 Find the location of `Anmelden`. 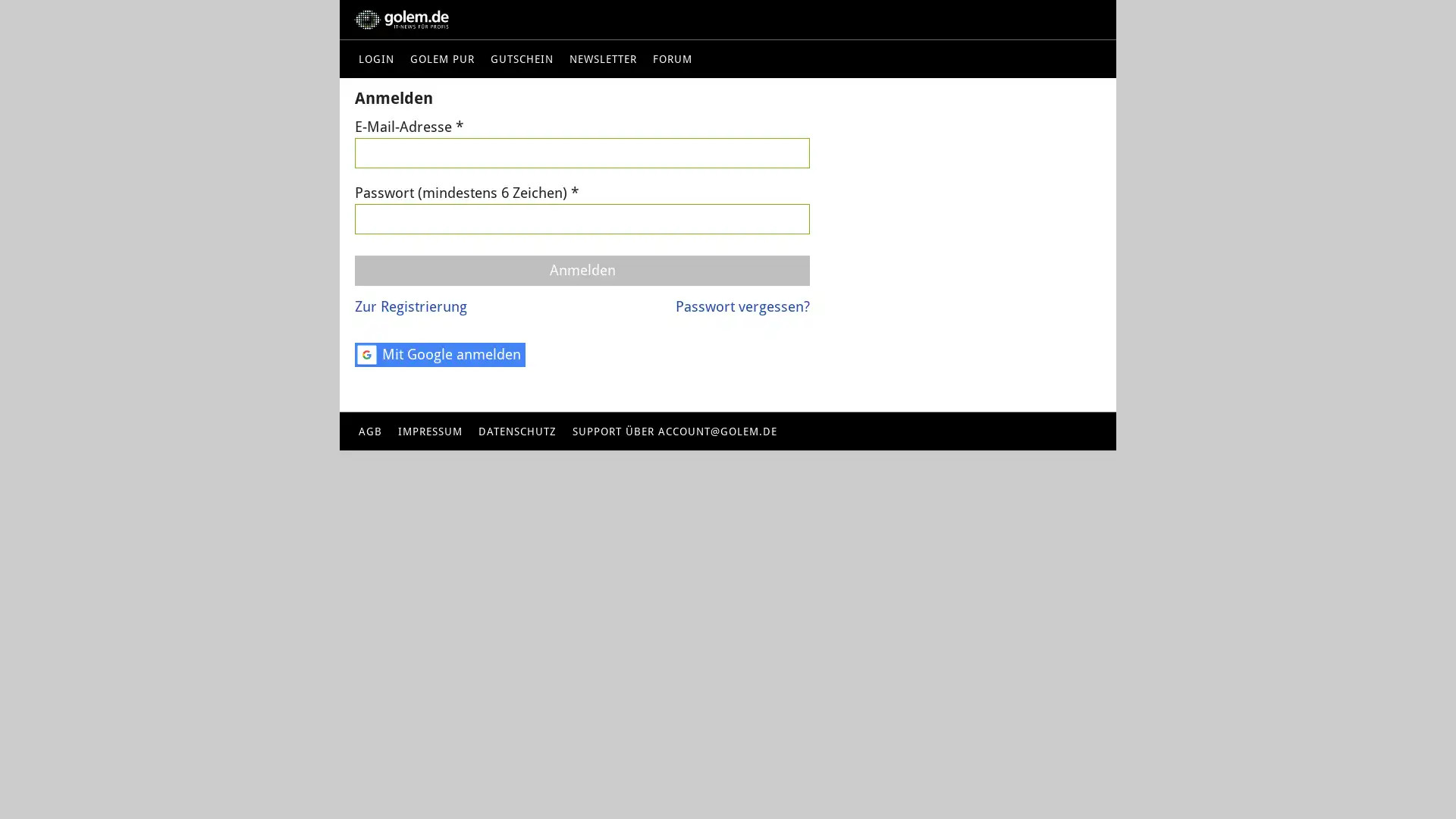

Anmelden is located at coordinates (582, 270).